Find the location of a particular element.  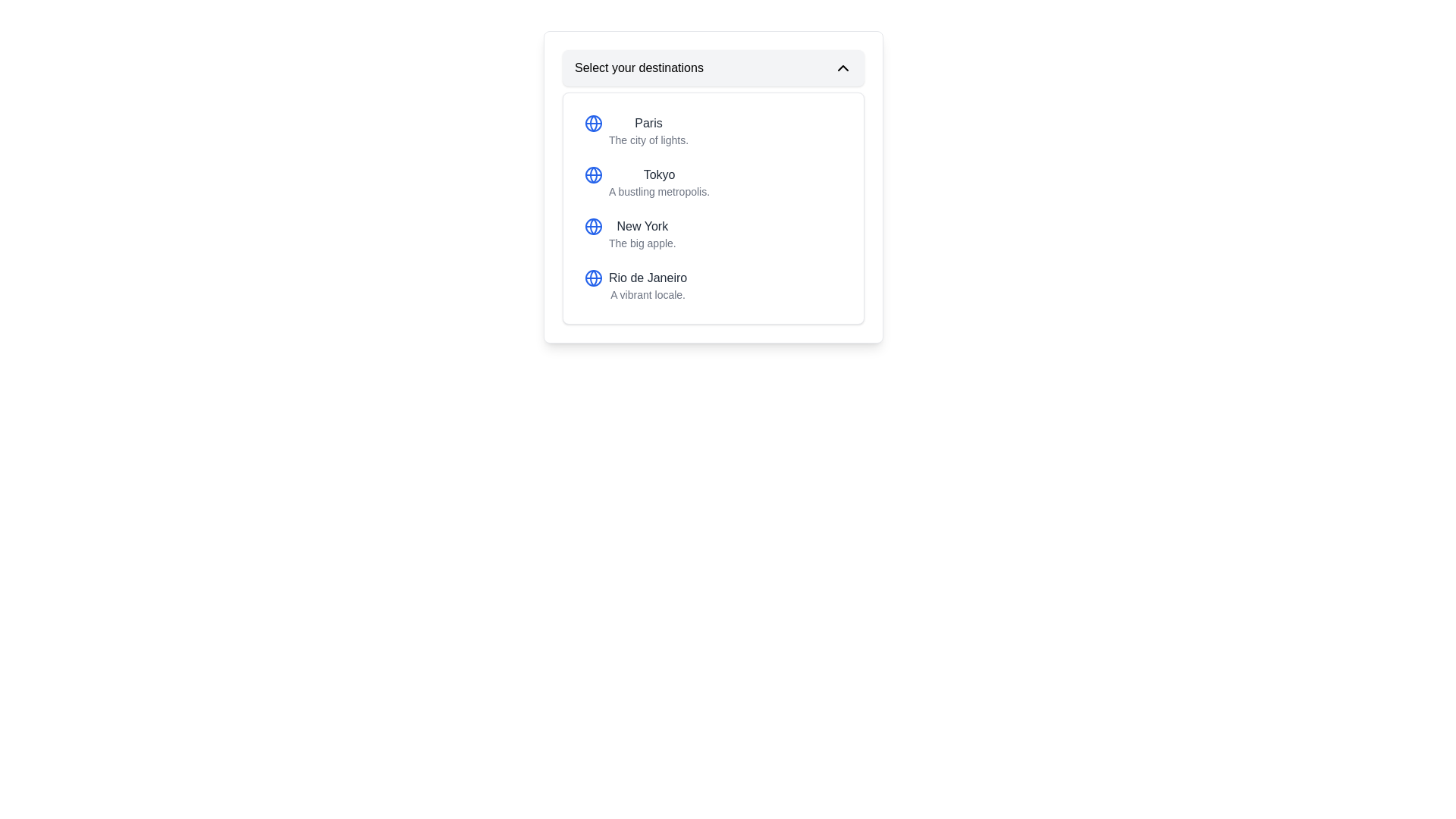

the blue globe icon represented by the SVG Circle in the dropdown menu associated with 'Paris - The city of lights.' is located at coordinates (592, 122).